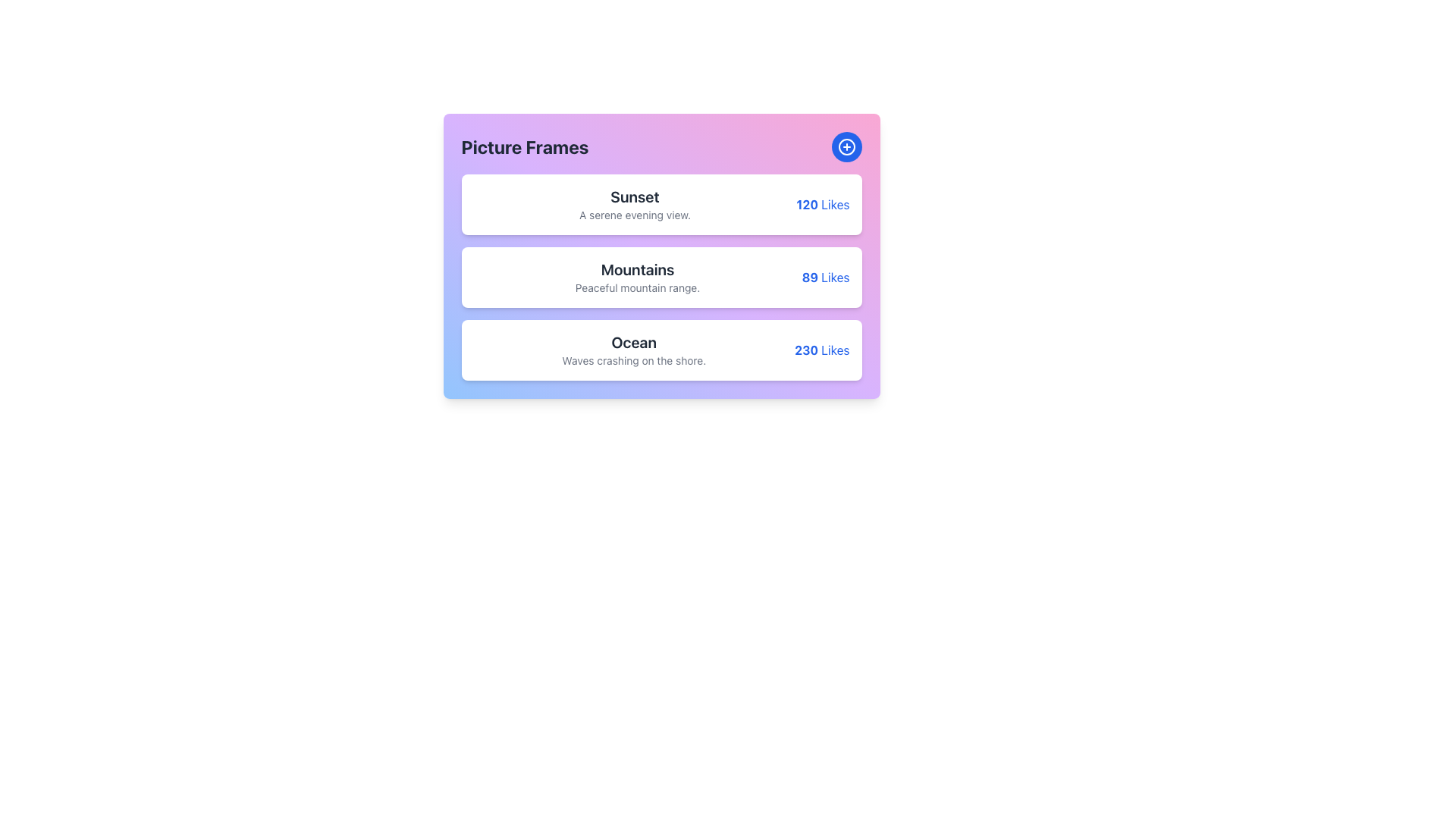 The image size is (1456, 819). I want to click on the Composite Text Element titled 'Sunset' that contains the description 'A serene evening view.' This element is visually distinct with a bold title and is located in the top section of a vertically aligned list with a white background and rounded corners, so click(635, 205).